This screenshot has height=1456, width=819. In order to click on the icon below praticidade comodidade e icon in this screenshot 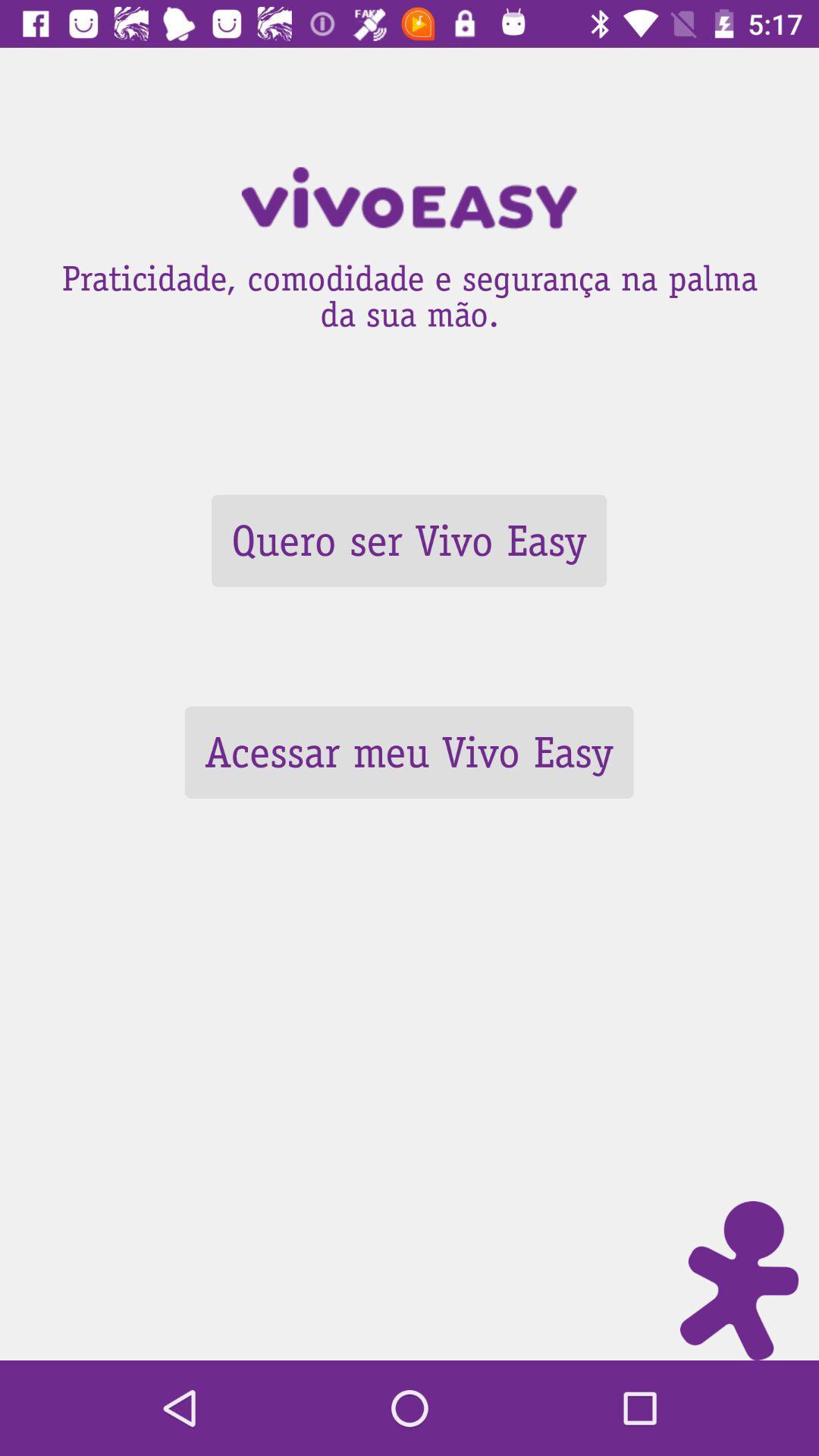, I will do `click(408, 541)`.